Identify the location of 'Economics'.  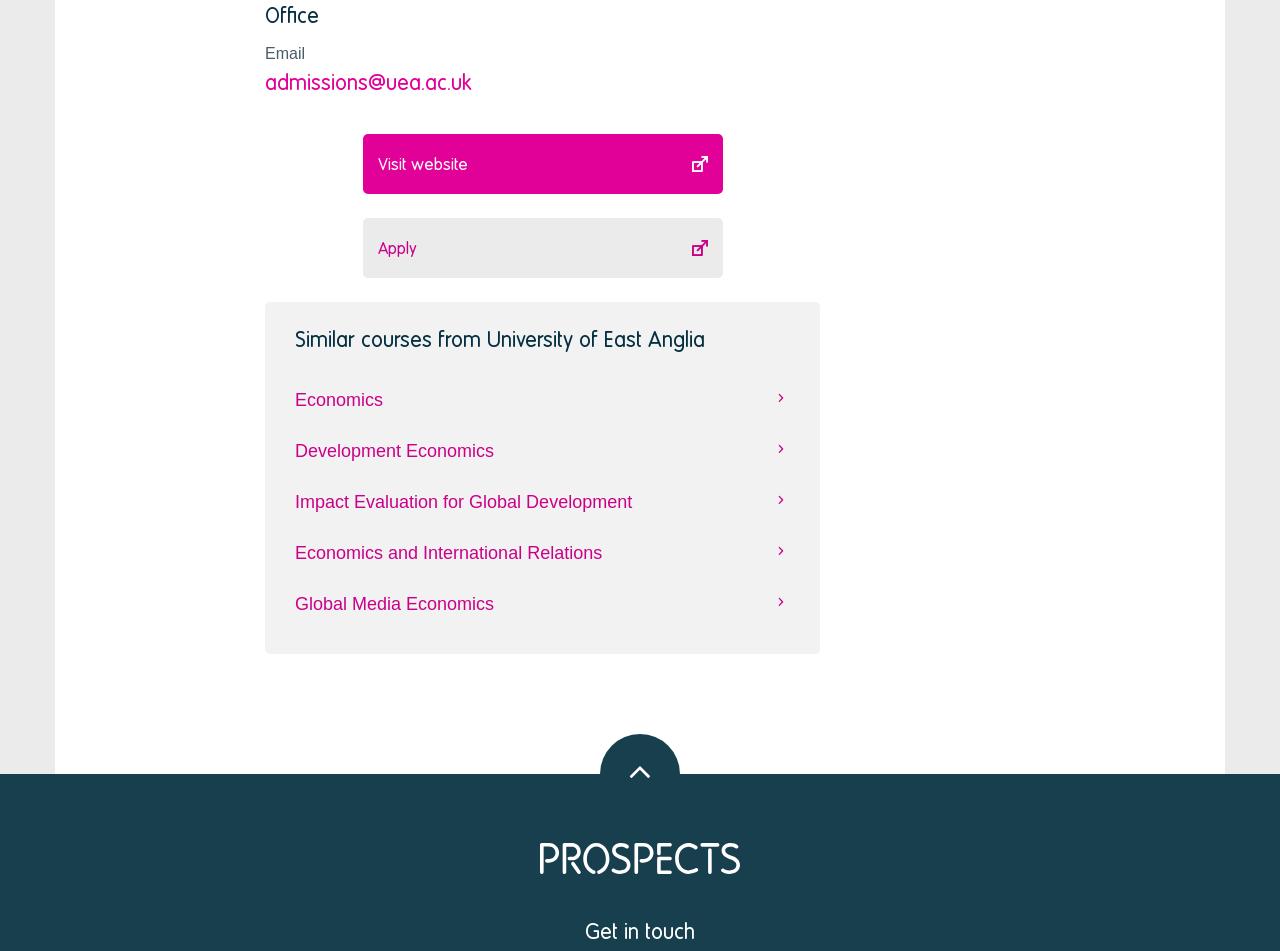
(338, 399).